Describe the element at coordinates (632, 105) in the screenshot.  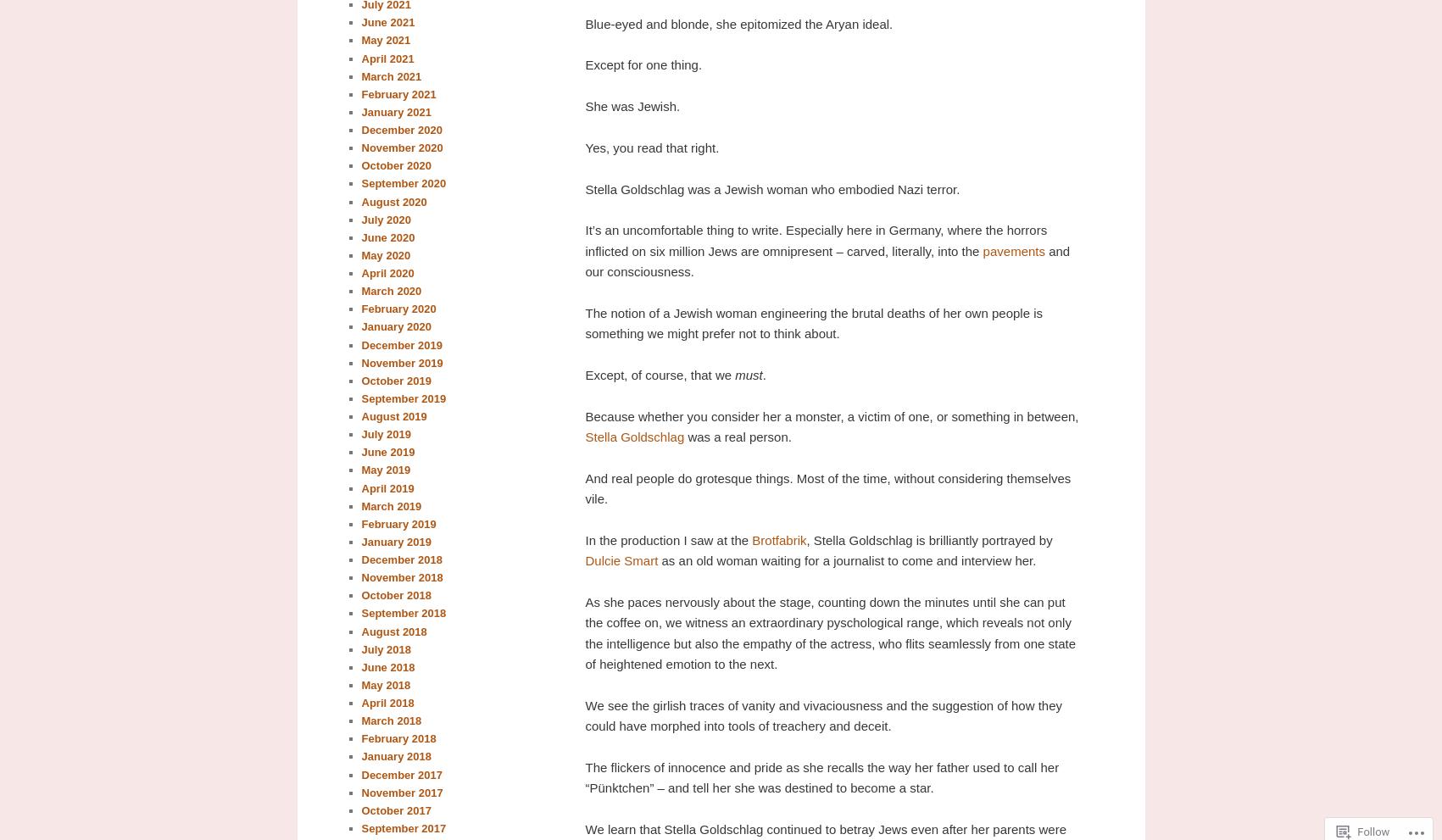
I see `'She was Jewish.'` at that location.